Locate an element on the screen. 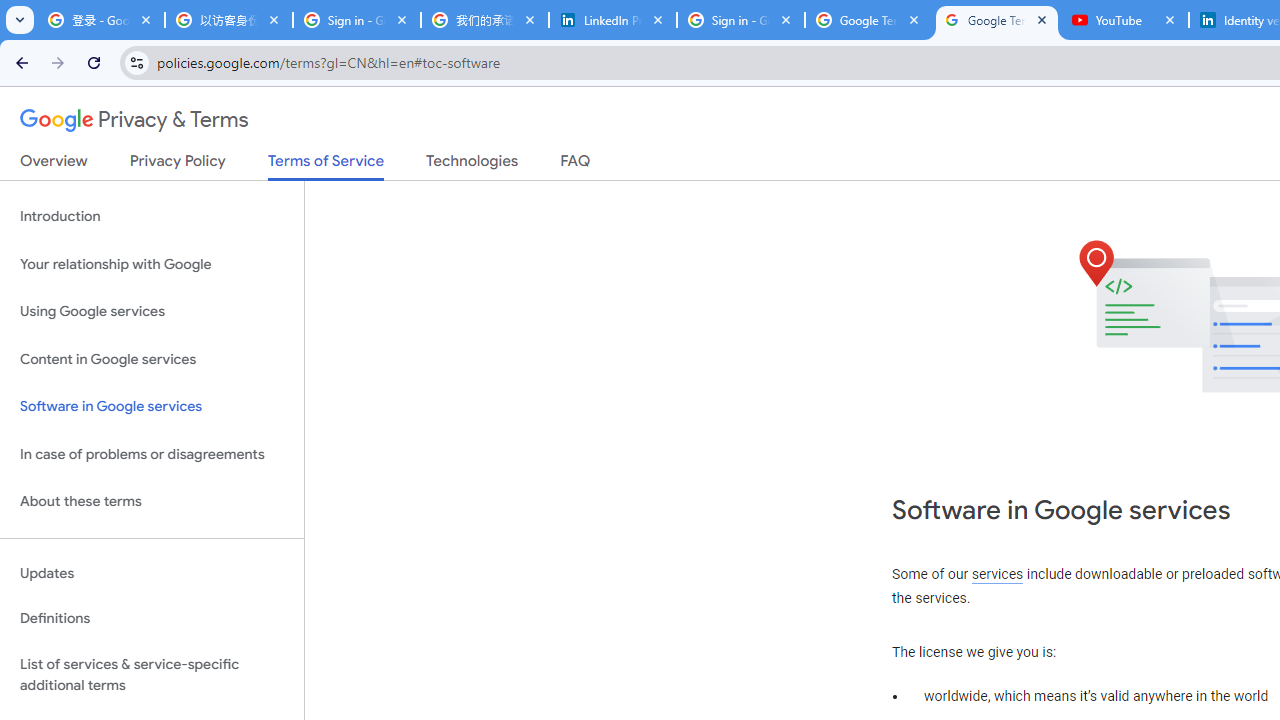 This screenshot has height=720, width=1280. 'YouTube' is located at coordinates (1125, 20).